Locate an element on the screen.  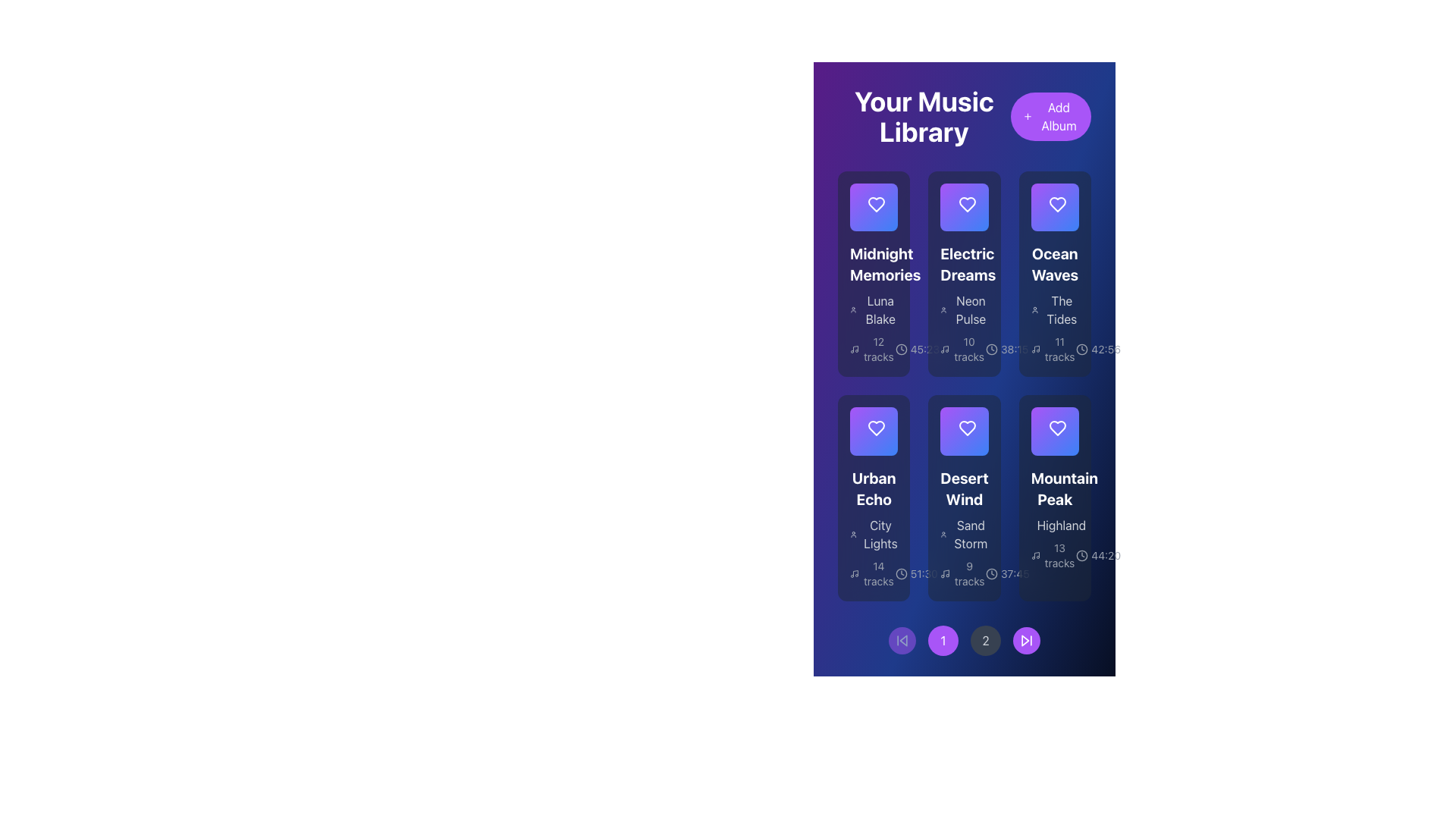
the circular white button centered in the 'Urban Echo' grid tile to initiate playback of the associated music album is located at coordinates (874, 431).